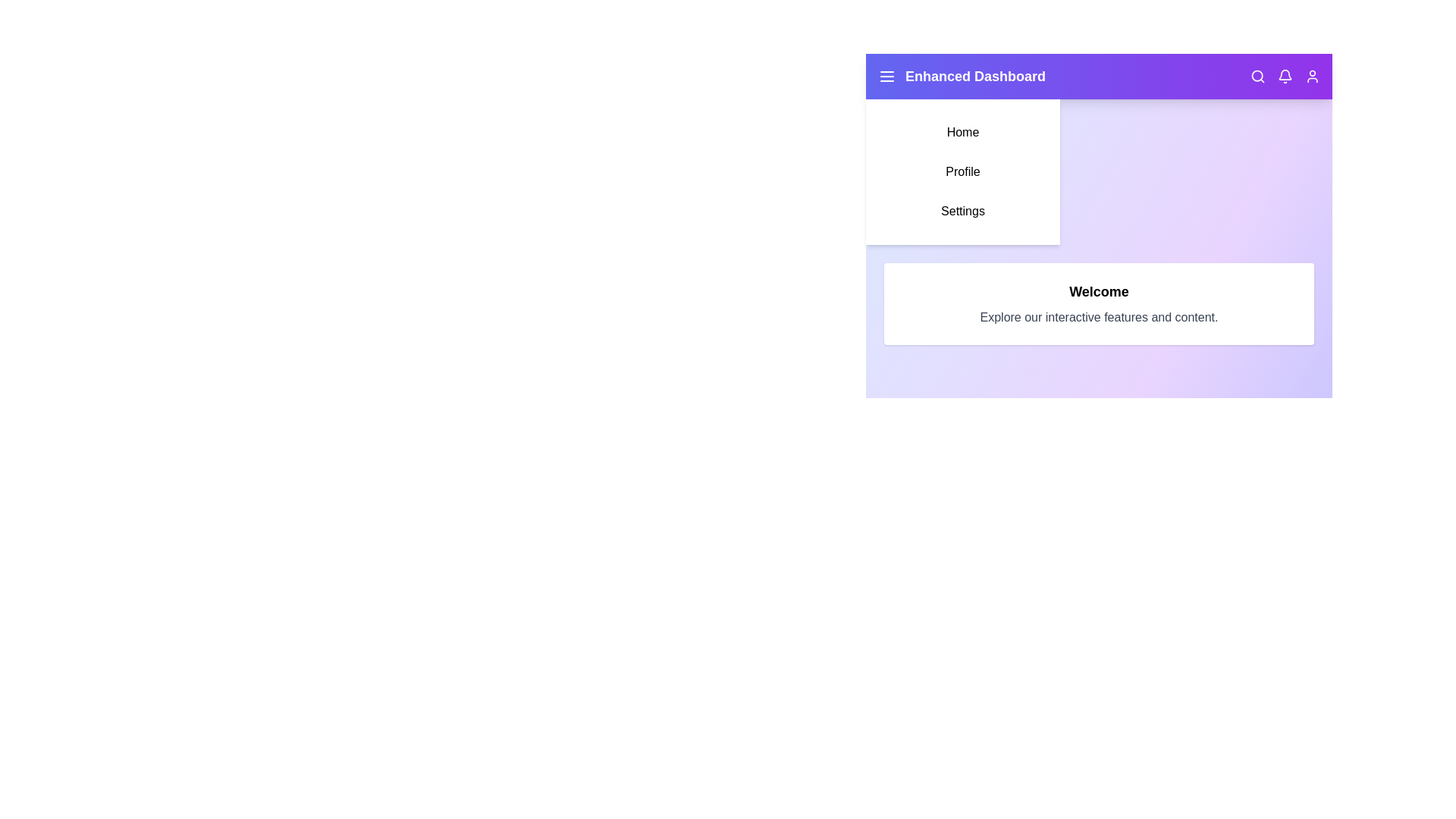  Describe the element at coordinates (1284, 76) in the screenshot. I see `the 'Bell' icon to check for notifications` at that location.